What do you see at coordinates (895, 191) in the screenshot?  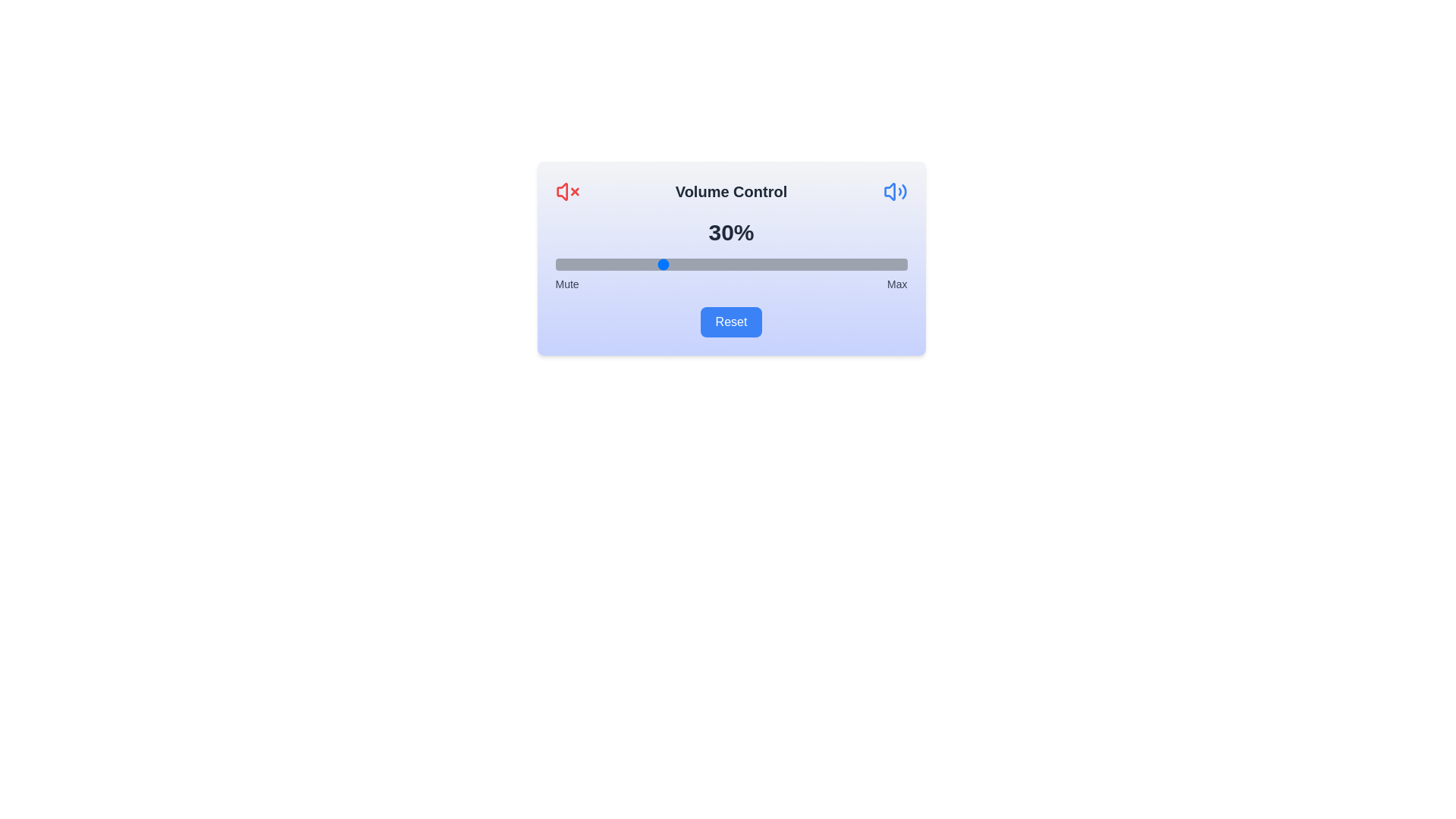 I see `the max icon to toggle its state` at bounding box center [895, 191].